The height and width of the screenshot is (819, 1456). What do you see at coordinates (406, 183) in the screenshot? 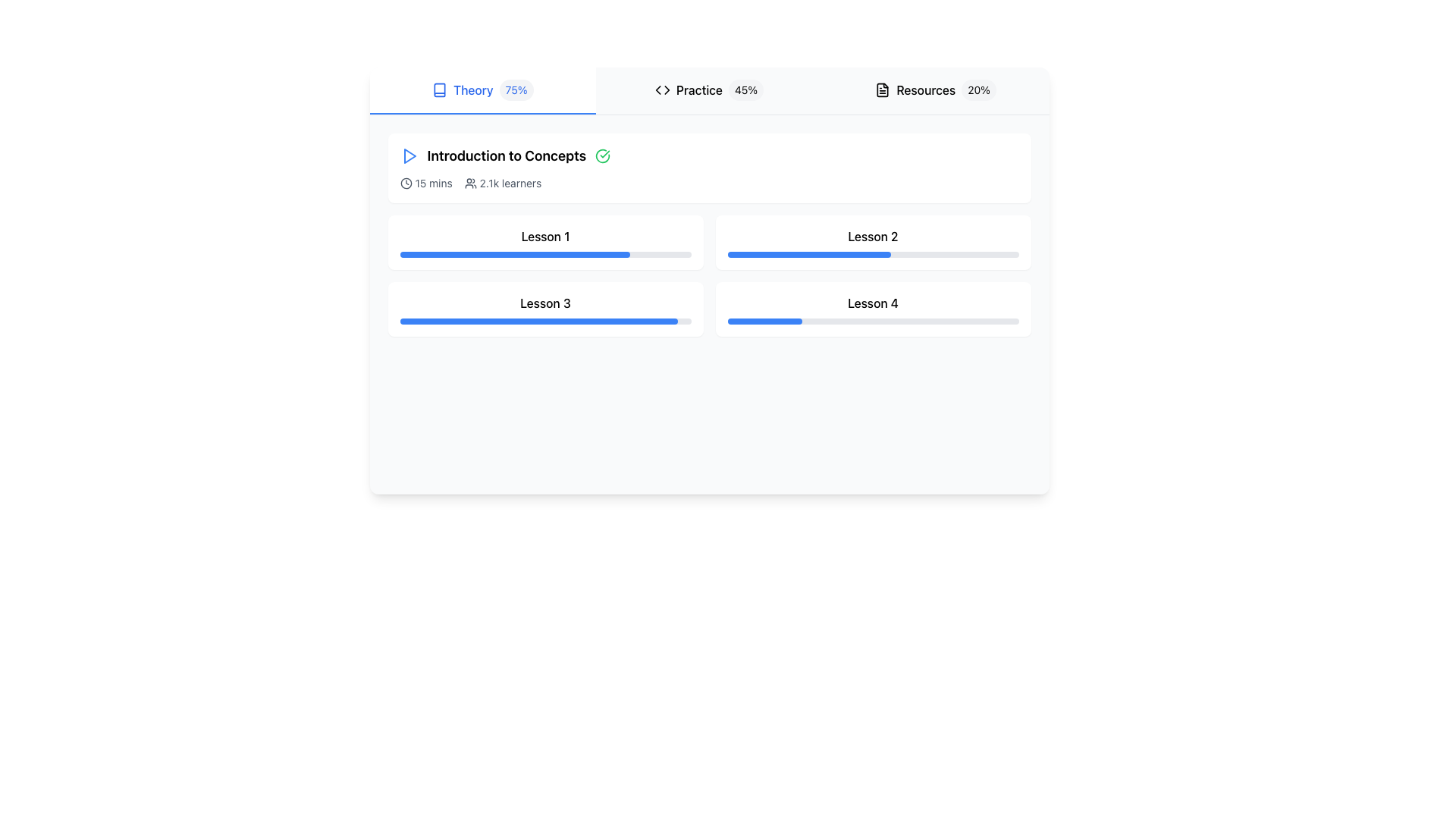
I see `the clock icon located in the header area of the 'Introduction to Concepts' section, which is styled with a circular outline and clock hands` at bounding box center [406, 183].